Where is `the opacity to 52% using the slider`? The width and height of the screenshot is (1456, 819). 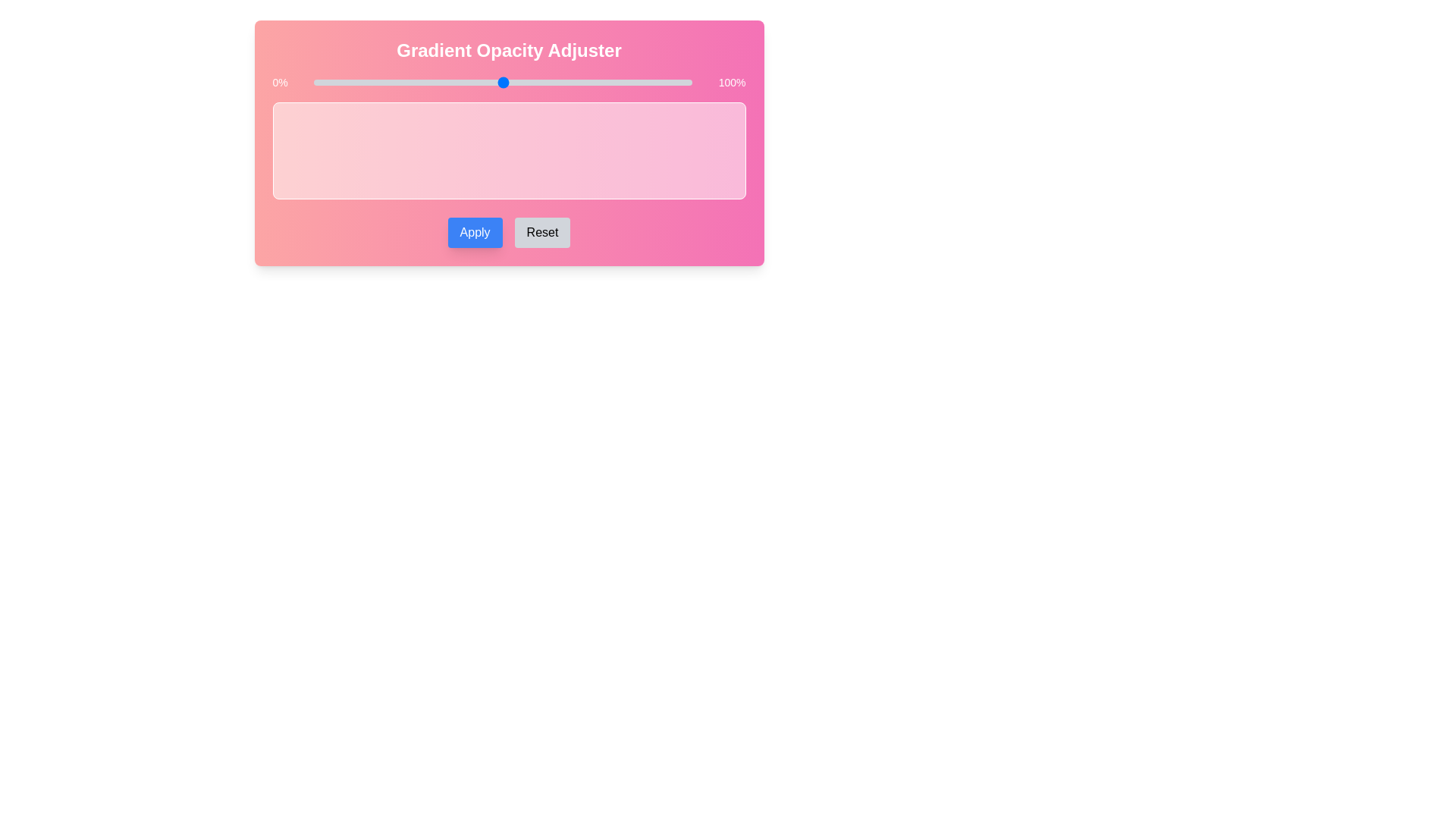
the opacity to 52% using the slider is located at coordinates (510, 82).